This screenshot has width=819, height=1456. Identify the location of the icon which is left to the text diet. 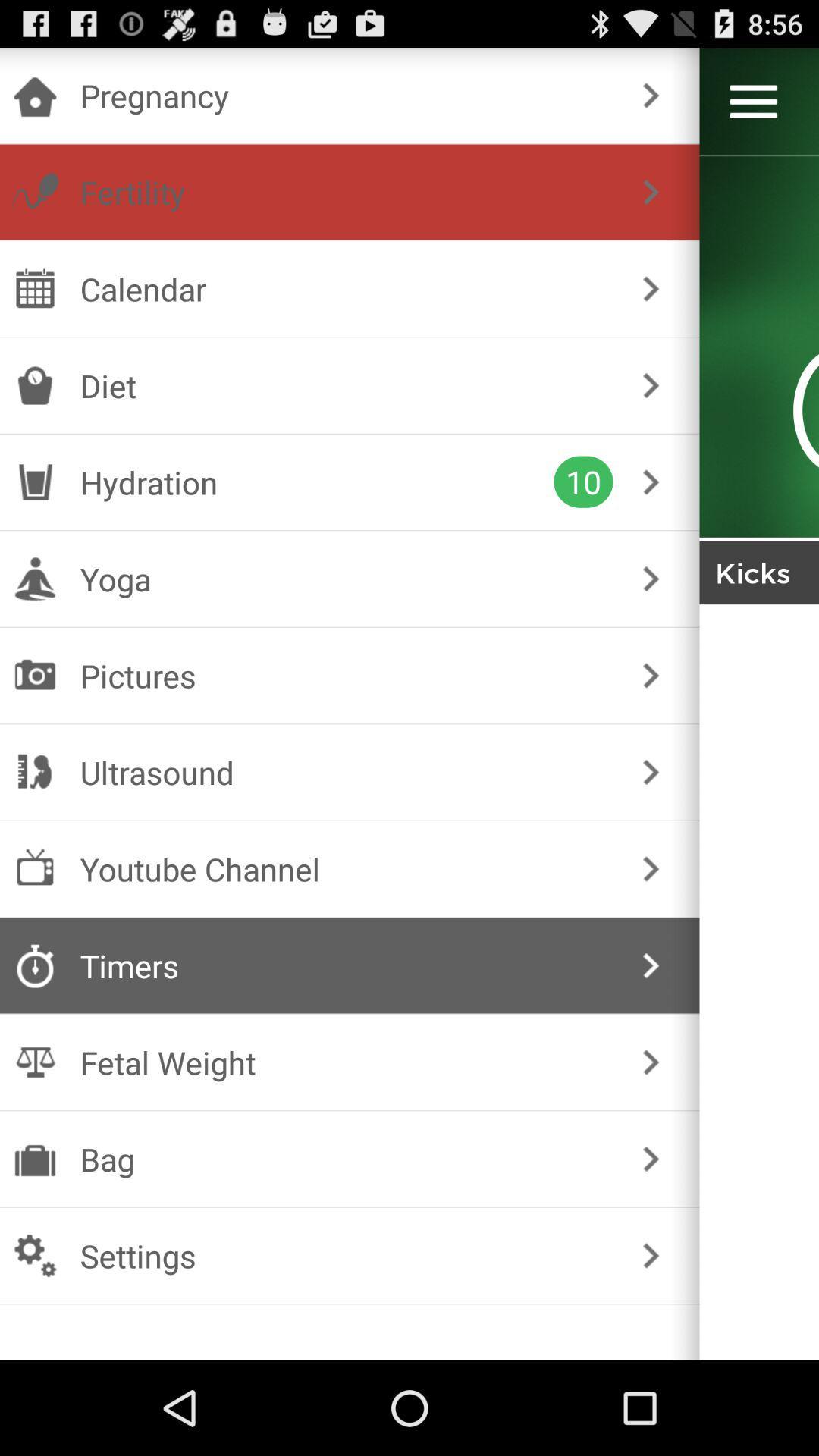
(34, 385).